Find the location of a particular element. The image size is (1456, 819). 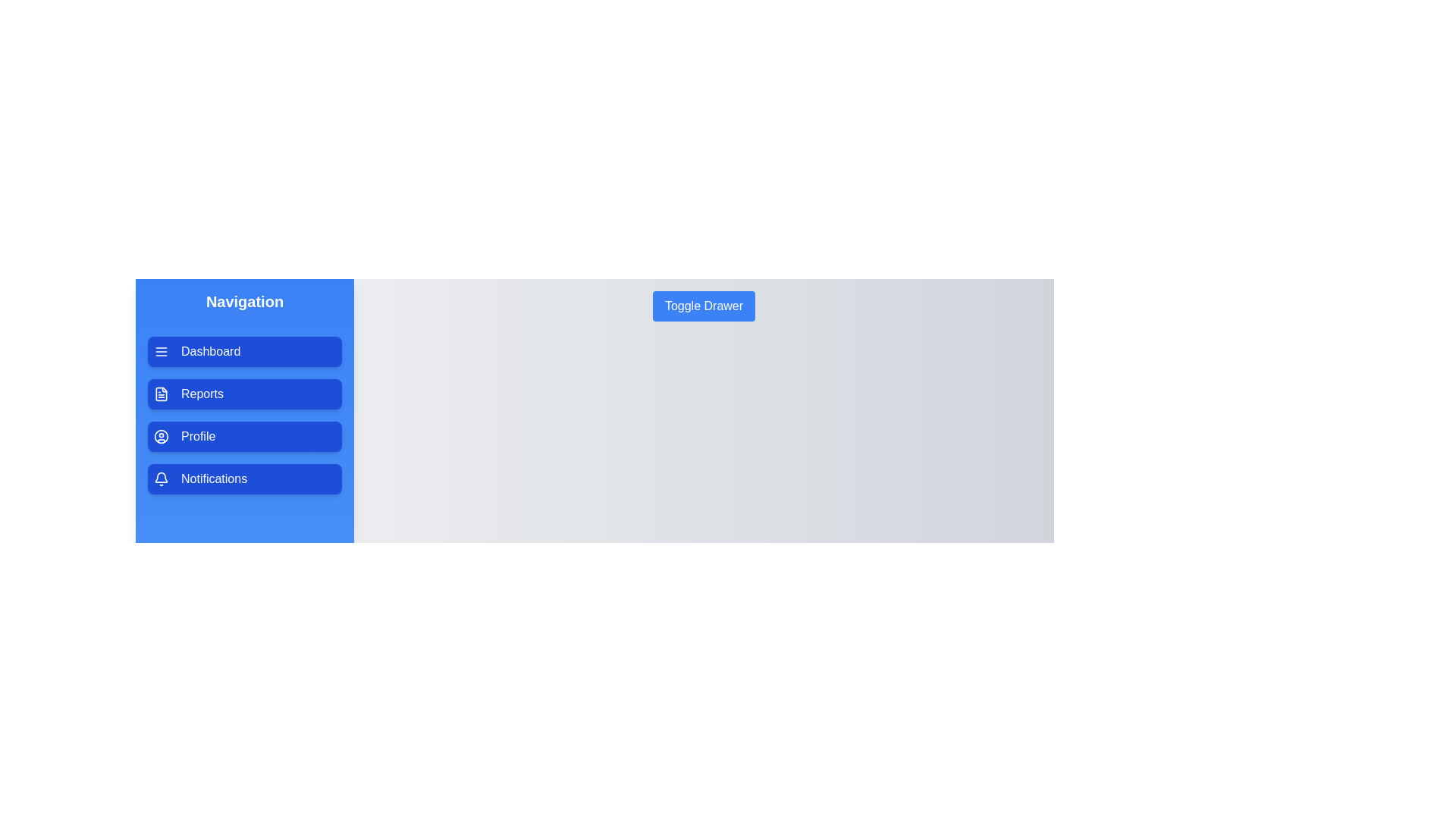

the menu item labeled Dashboard to select it is located at coordinates (244, 351).